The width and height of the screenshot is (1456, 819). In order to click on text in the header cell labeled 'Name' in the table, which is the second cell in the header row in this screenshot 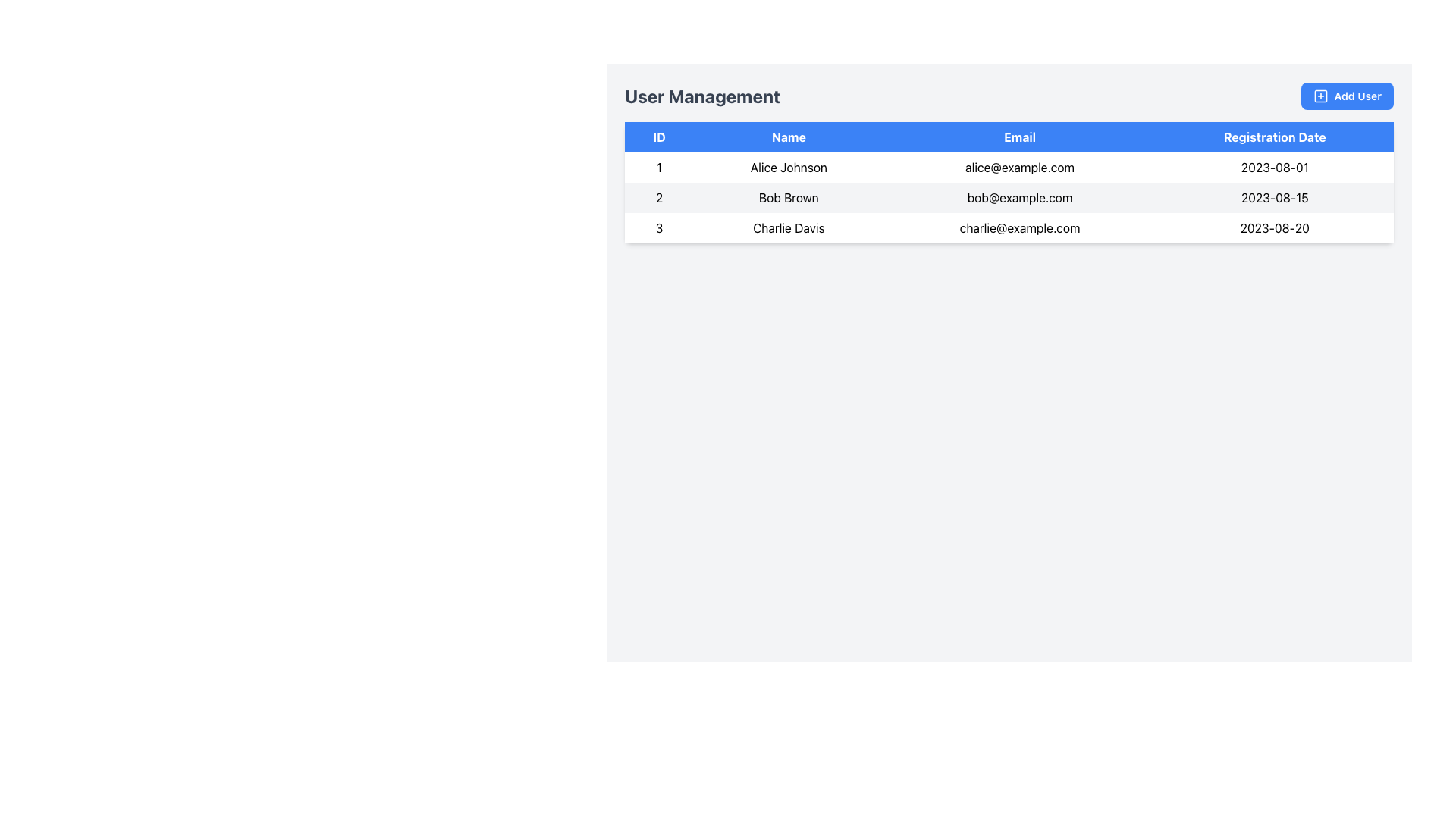, I will do `click(789, 137)`.